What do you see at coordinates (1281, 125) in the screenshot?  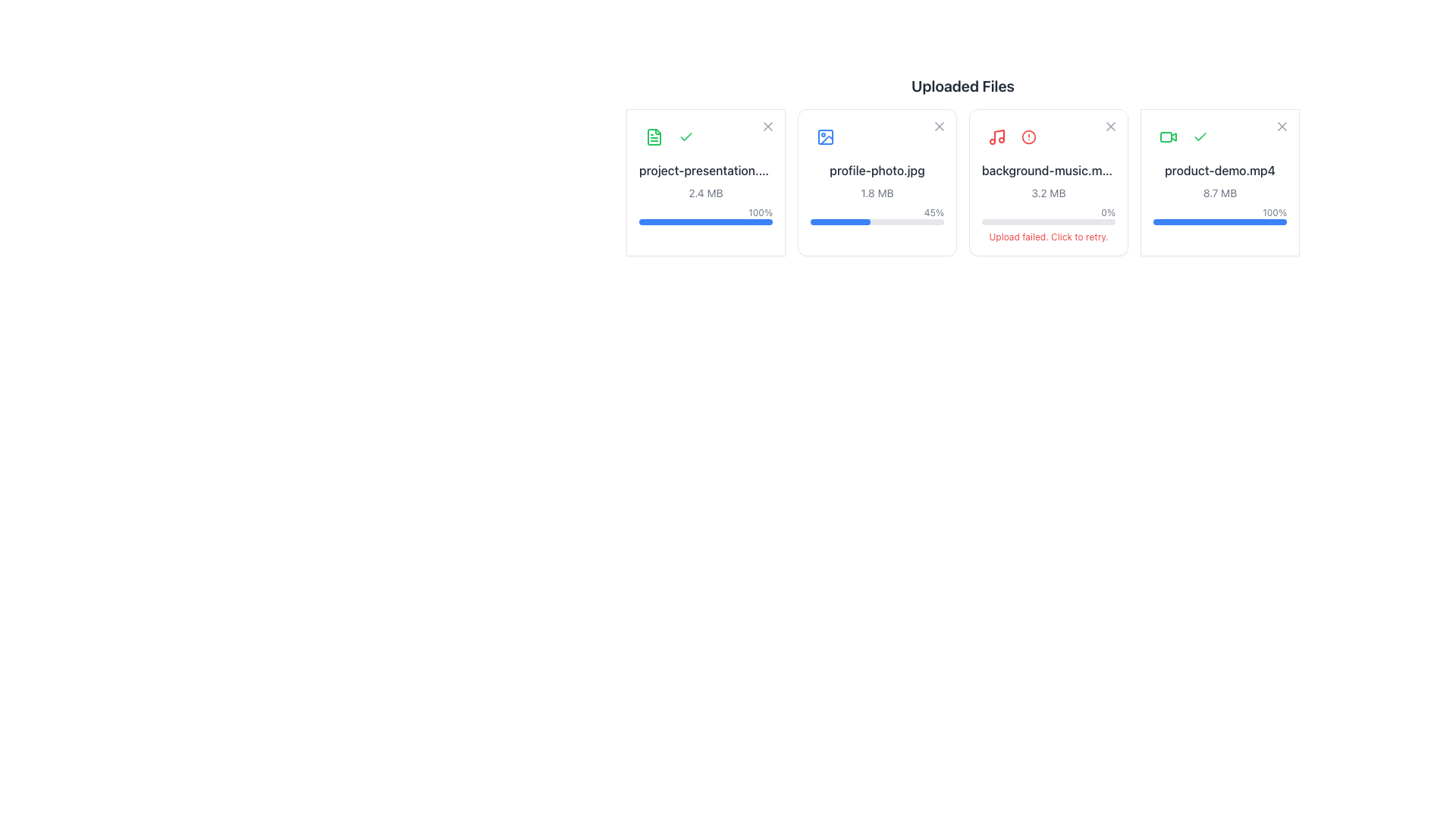 I see `the close button located at the top-right corner of the card that contains the video file 'product-demo.mp4' to trigger a visual response` at bounding box center [1281, 125].